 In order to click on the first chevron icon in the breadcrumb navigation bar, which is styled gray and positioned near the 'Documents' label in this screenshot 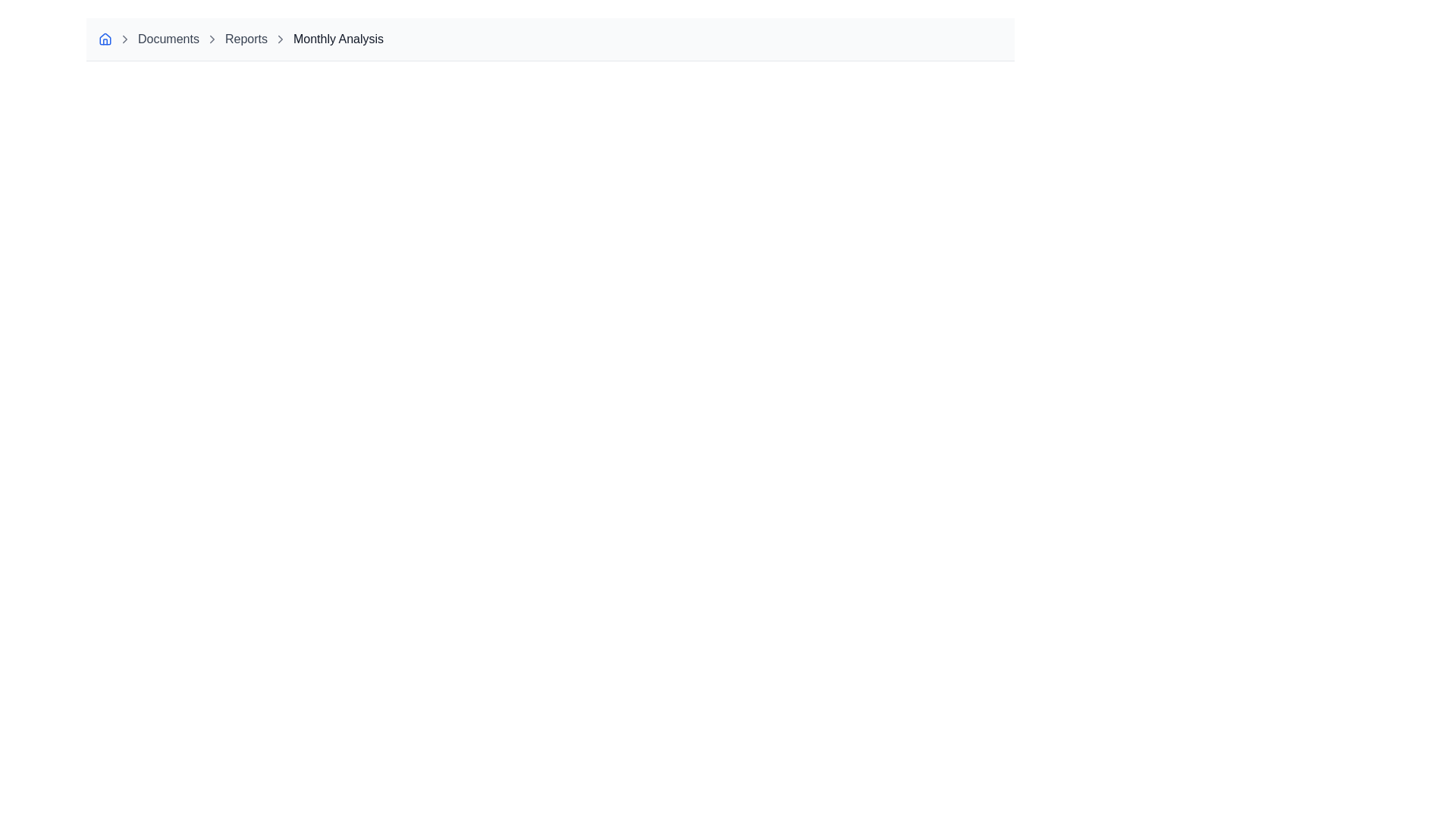, I will do `click(124, 38)`.